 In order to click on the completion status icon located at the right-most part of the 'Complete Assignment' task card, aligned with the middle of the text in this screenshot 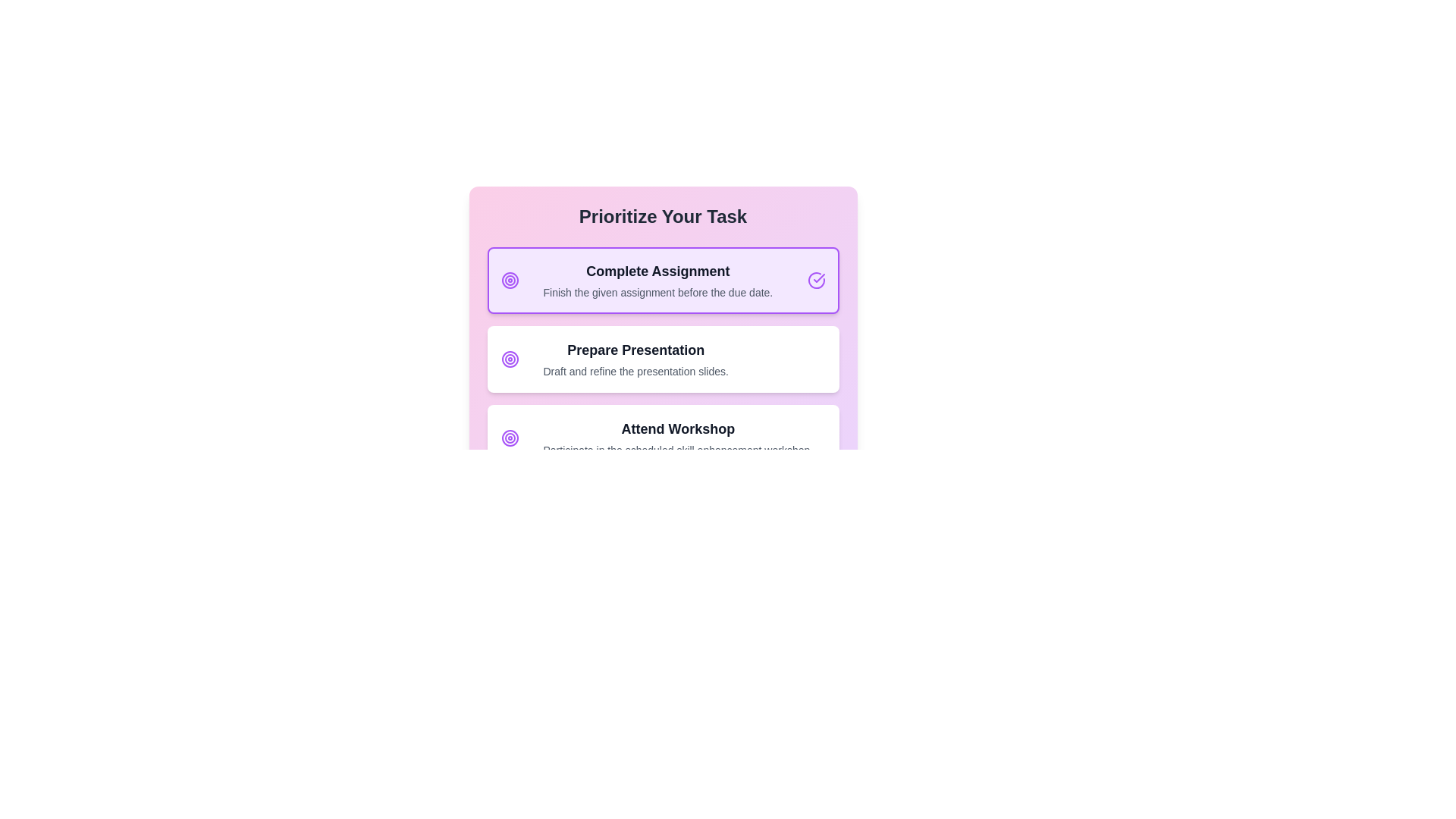, I will do `click(815, 281)`.